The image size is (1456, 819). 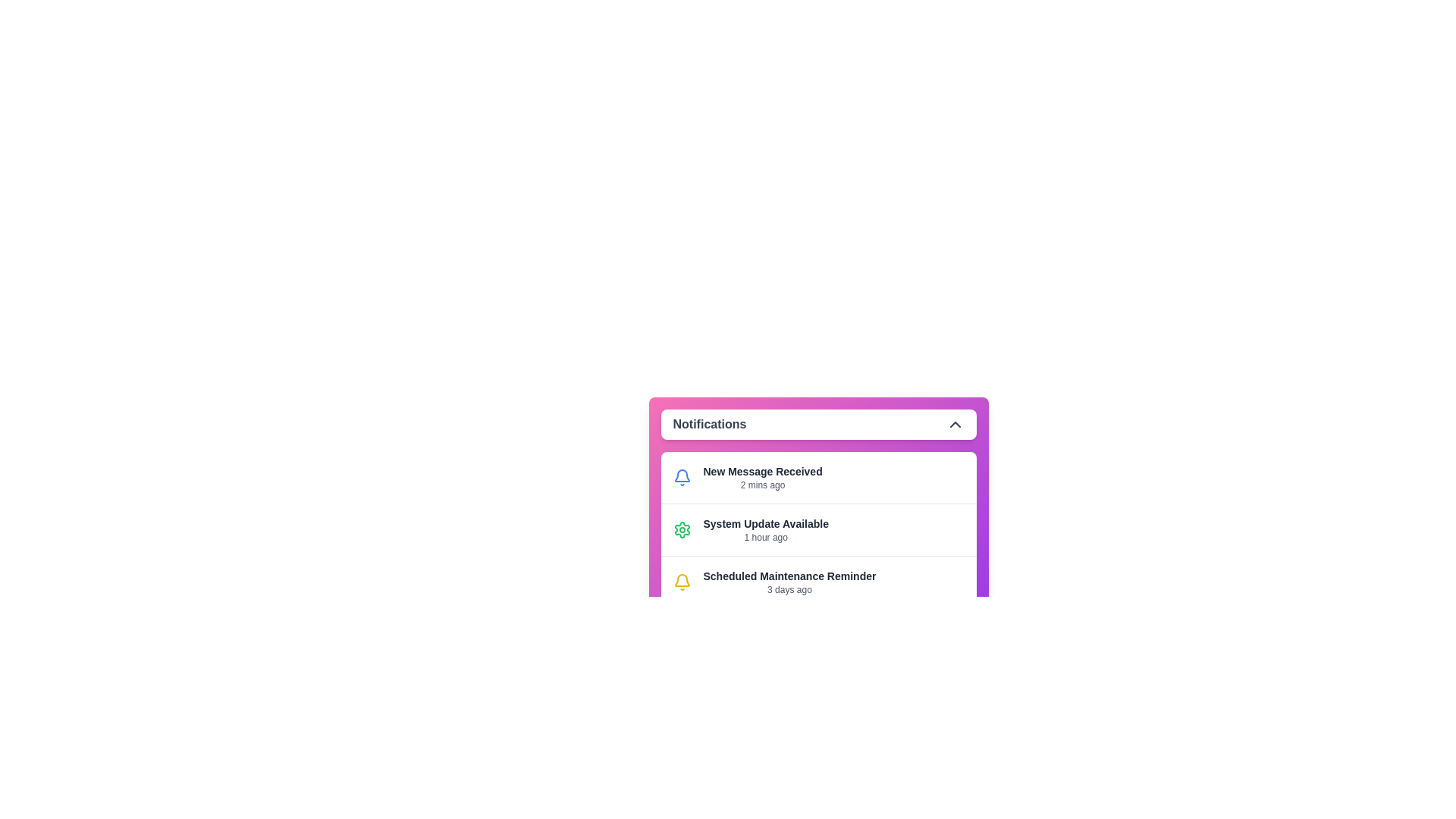 What do you see at coordinates (789, 581) in the screenshot?
I see `text from the third listed notification entry in the notification dropdown, which contains 'Scheduled Maintenance Reminder' and '3 days ago'` at bounding box center [789, 581].